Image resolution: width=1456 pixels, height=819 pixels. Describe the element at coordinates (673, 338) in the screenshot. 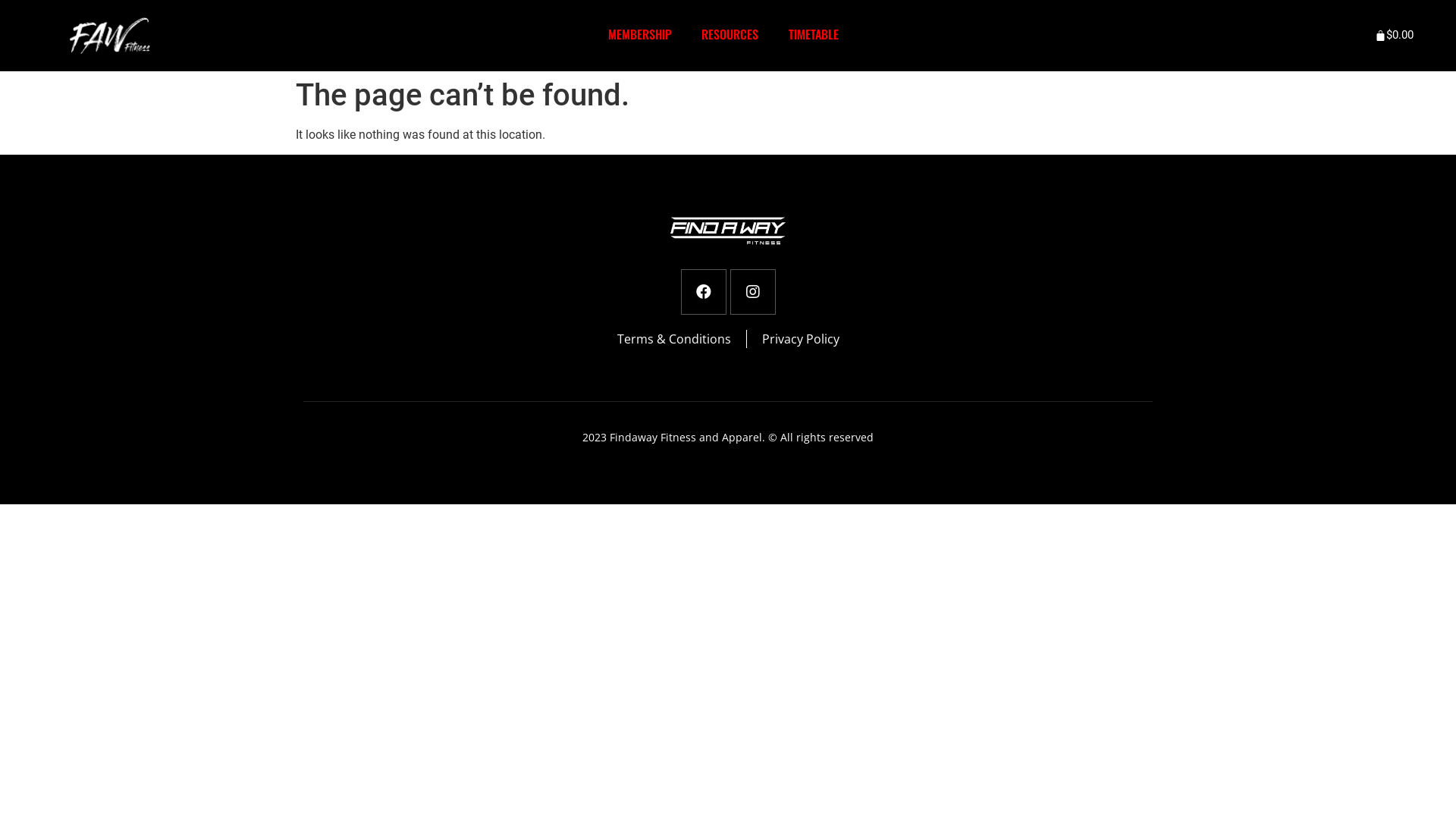

I see `'Terms & Conditions'` at that location.